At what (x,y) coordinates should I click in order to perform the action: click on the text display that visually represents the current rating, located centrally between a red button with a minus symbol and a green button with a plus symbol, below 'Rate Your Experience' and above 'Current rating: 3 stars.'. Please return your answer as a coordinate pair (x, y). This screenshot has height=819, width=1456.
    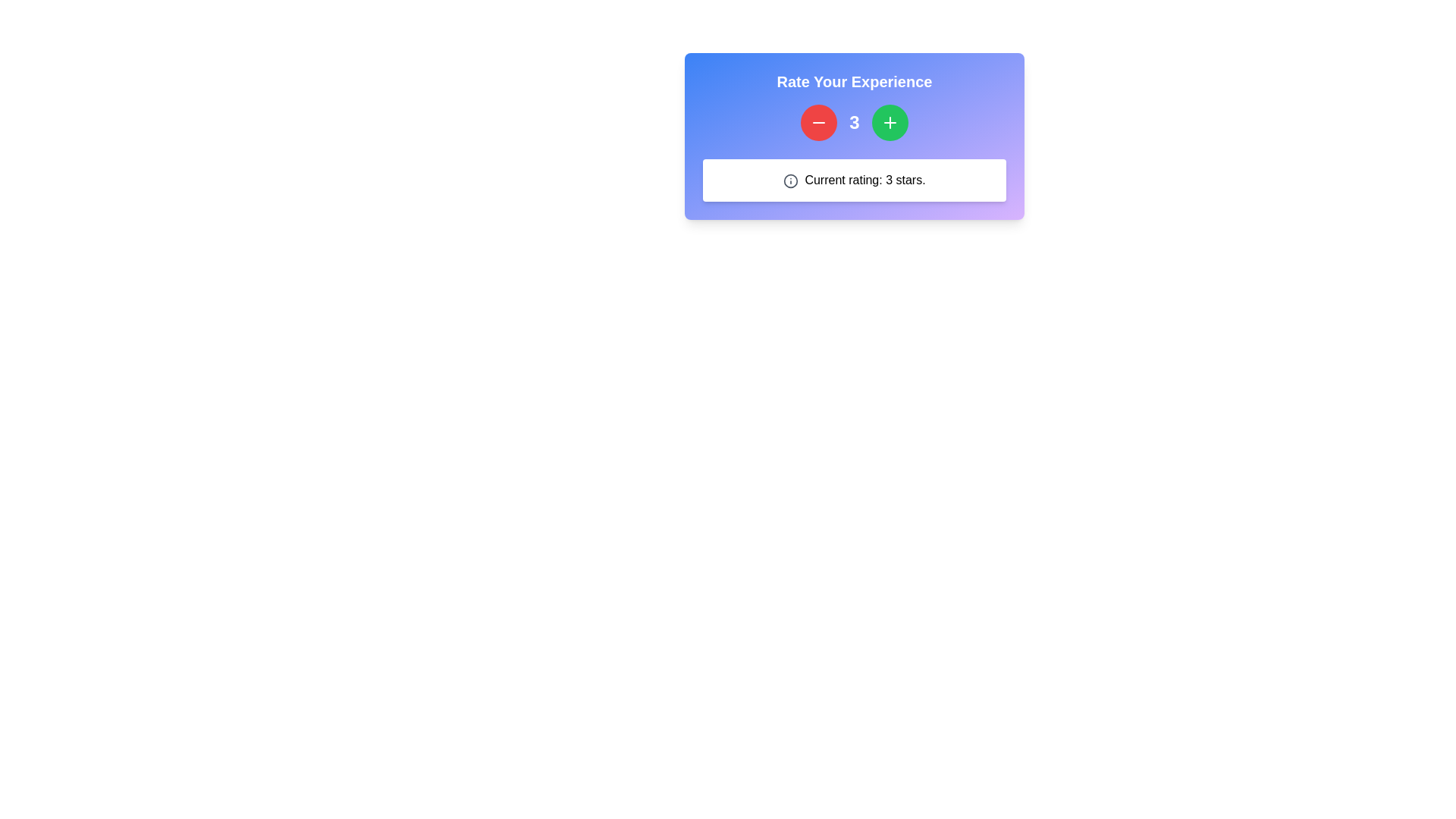
    Looking at the image, I should click on (855, 122).